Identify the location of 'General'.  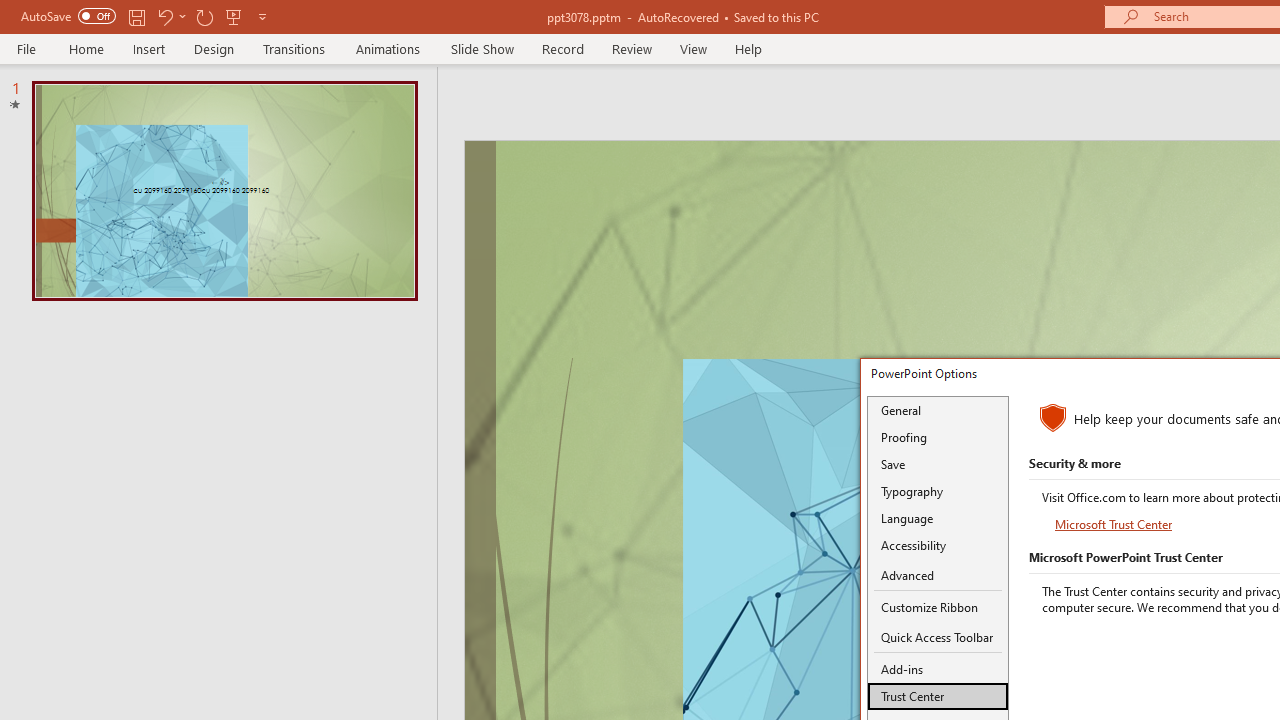
(937, 409).